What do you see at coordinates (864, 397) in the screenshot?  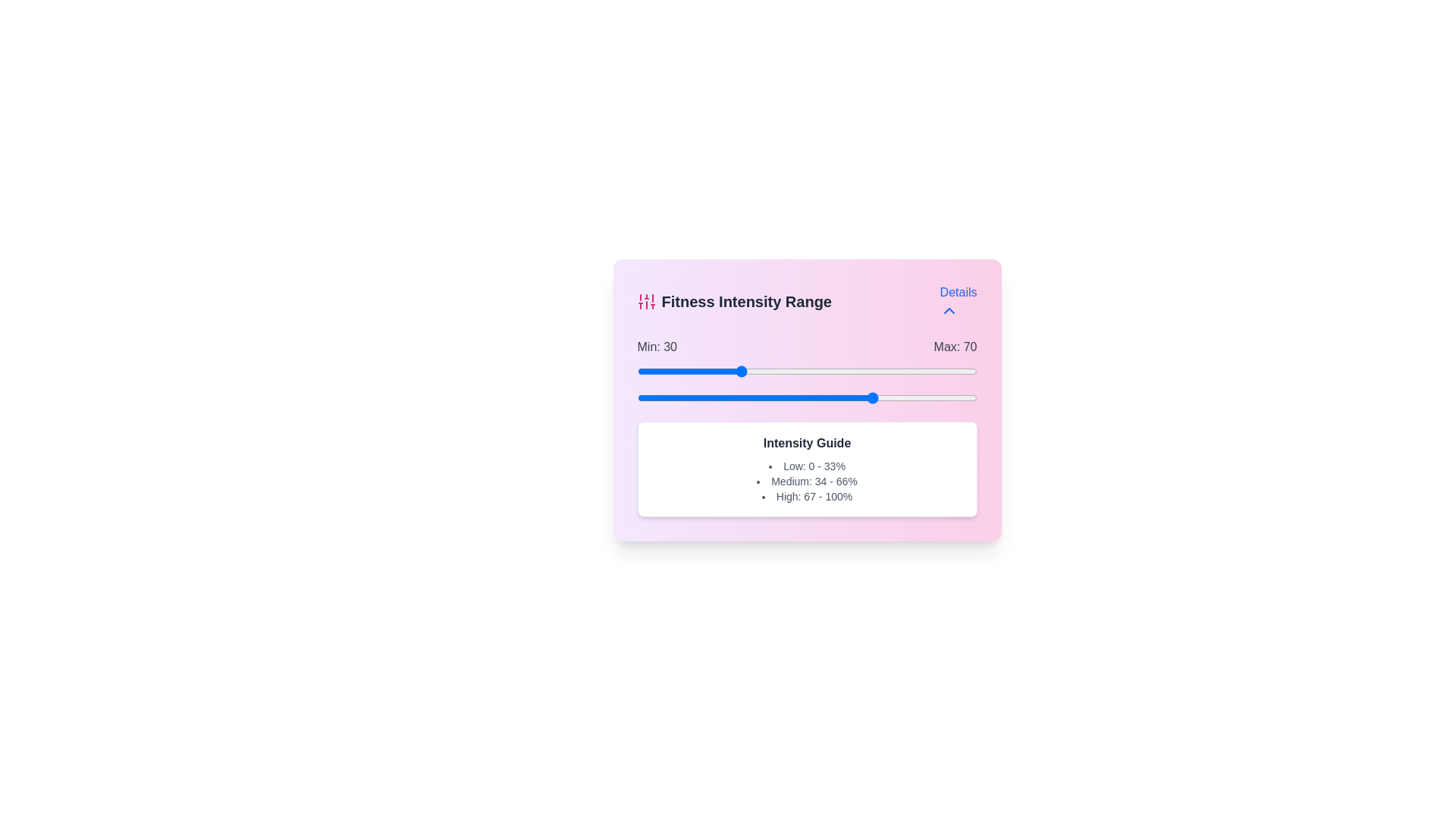 I see `the maximum intensity range slider to 67 percent` at bounding box center [864, 397].